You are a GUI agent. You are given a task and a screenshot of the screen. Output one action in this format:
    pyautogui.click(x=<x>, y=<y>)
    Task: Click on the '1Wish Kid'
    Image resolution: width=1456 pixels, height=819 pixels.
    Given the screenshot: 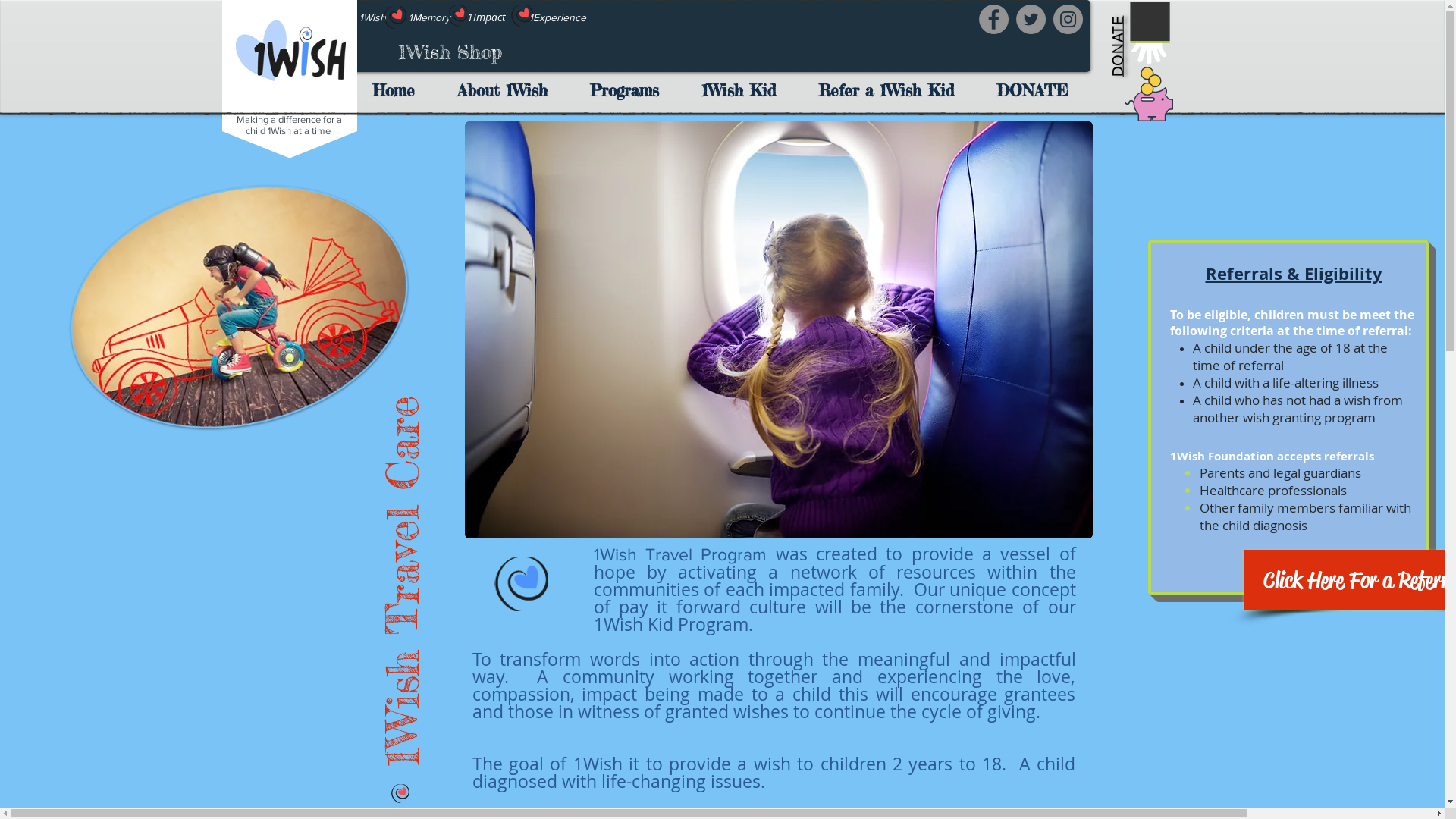 What is the action you would take?
    pyautogui.click(x=684, y=89)
    